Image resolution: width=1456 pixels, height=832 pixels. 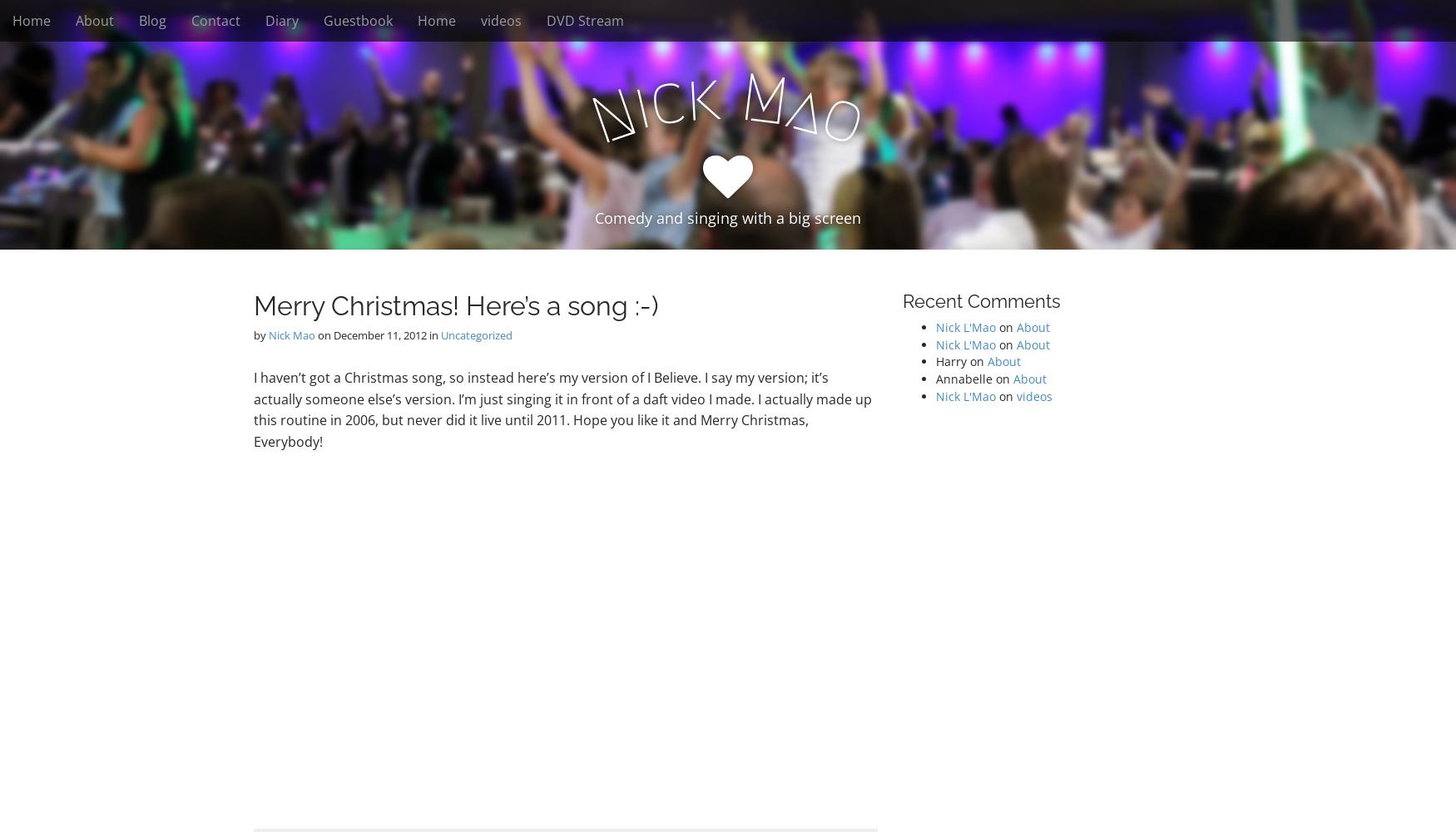 What do you see at coordinates (281, 21) in the screenshot?
I see `'Diary'` at bounding box center [281, 21].